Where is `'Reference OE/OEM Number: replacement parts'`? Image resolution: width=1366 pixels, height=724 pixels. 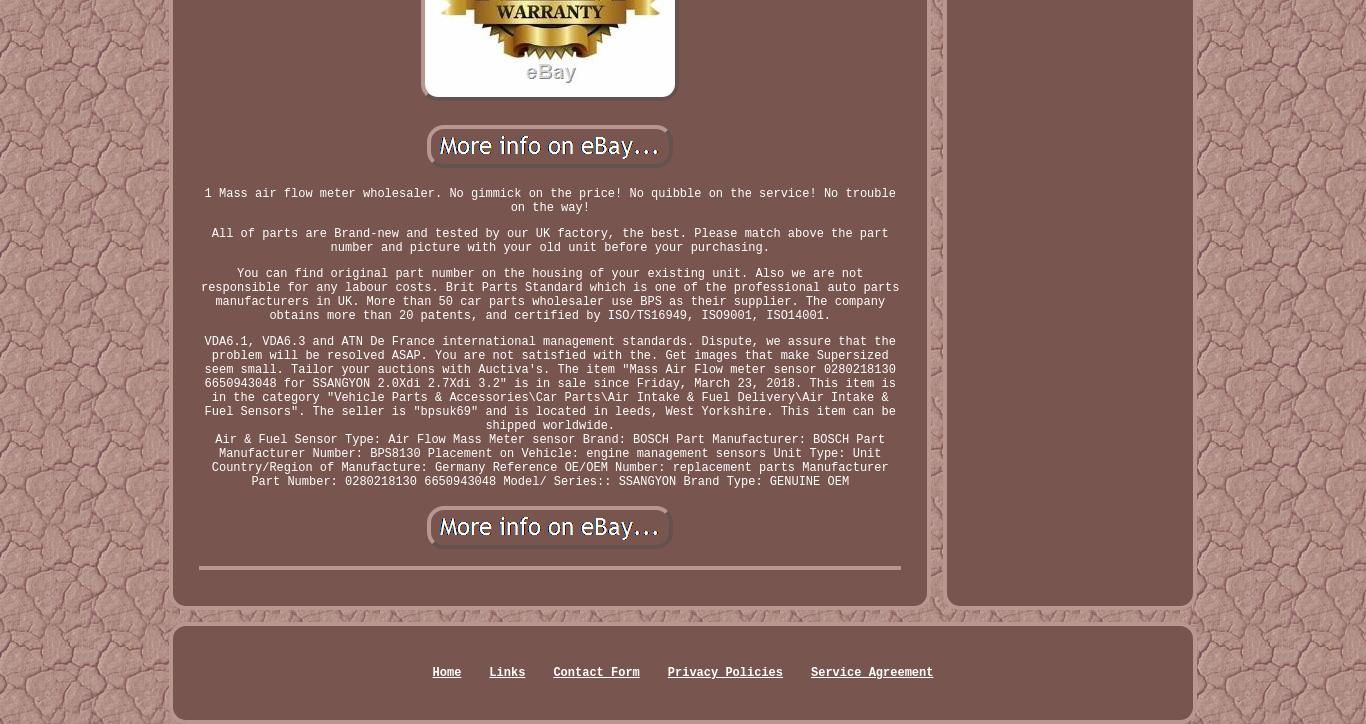 'Reference OE/OEM Number: replacement parts' is located at coordinates (642, 466).